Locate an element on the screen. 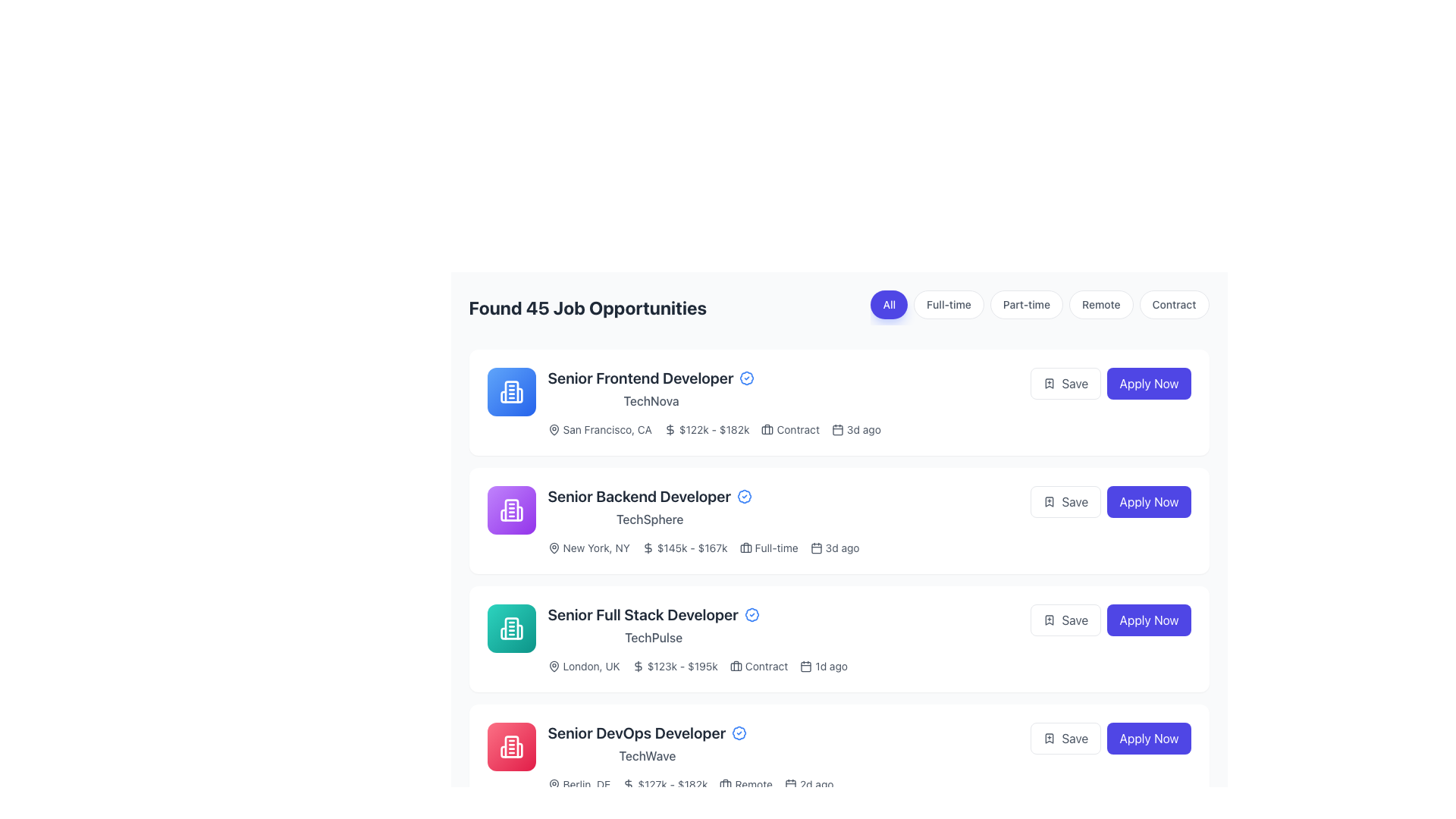 This screenshot has width=1456, height=819. the bookmark SVG icon located to the left of the 'Save' button associated with the first job listing is located at coordinates (1049, 382).